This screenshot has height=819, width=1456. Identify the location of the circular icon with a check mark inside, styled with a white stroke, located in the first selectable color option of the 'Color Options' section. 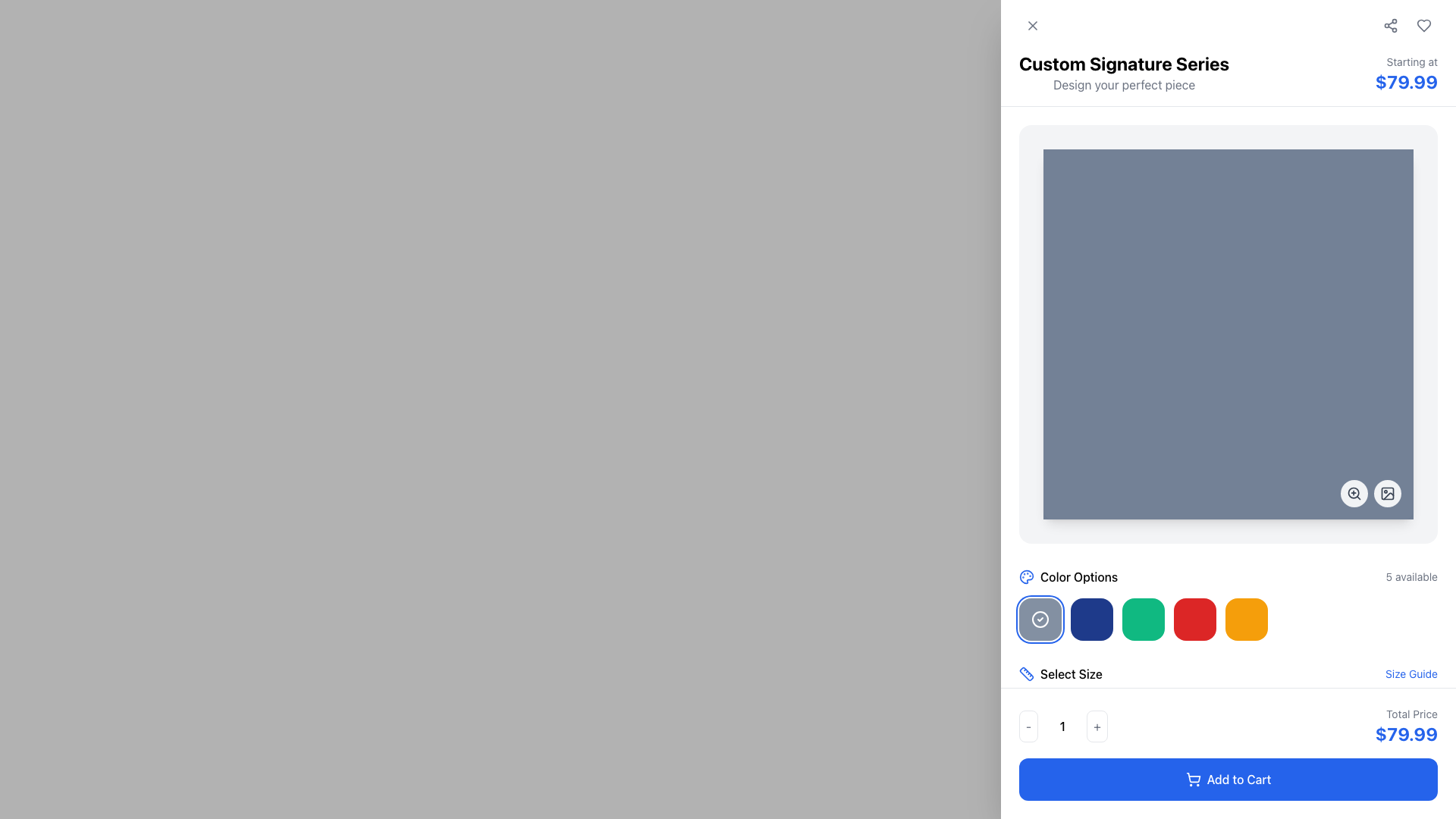
(1040, 620).